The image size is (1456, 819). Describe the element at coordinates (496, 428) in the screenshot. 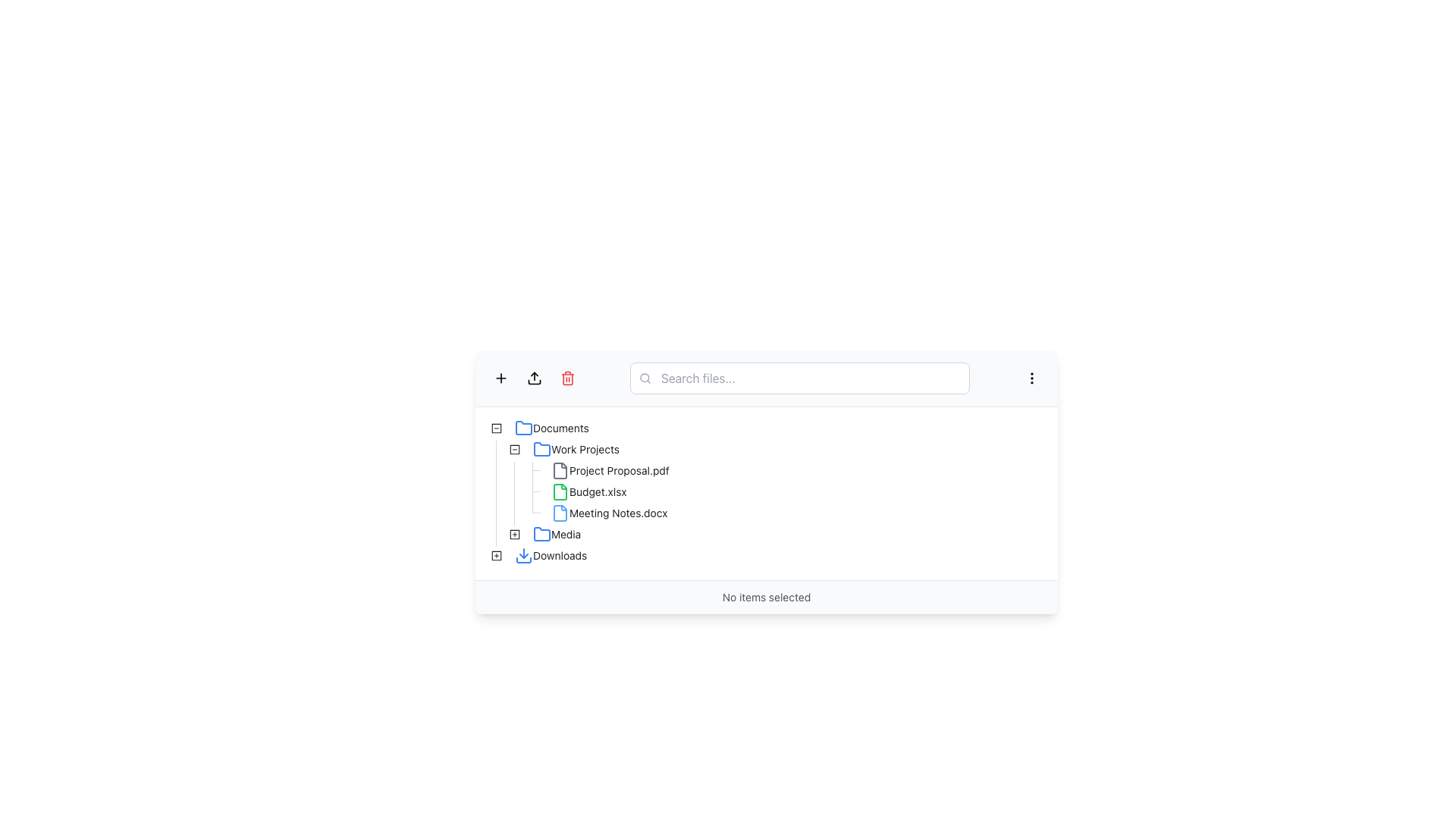

I see `the icon representing a collapsible section or inactive state` at that location.